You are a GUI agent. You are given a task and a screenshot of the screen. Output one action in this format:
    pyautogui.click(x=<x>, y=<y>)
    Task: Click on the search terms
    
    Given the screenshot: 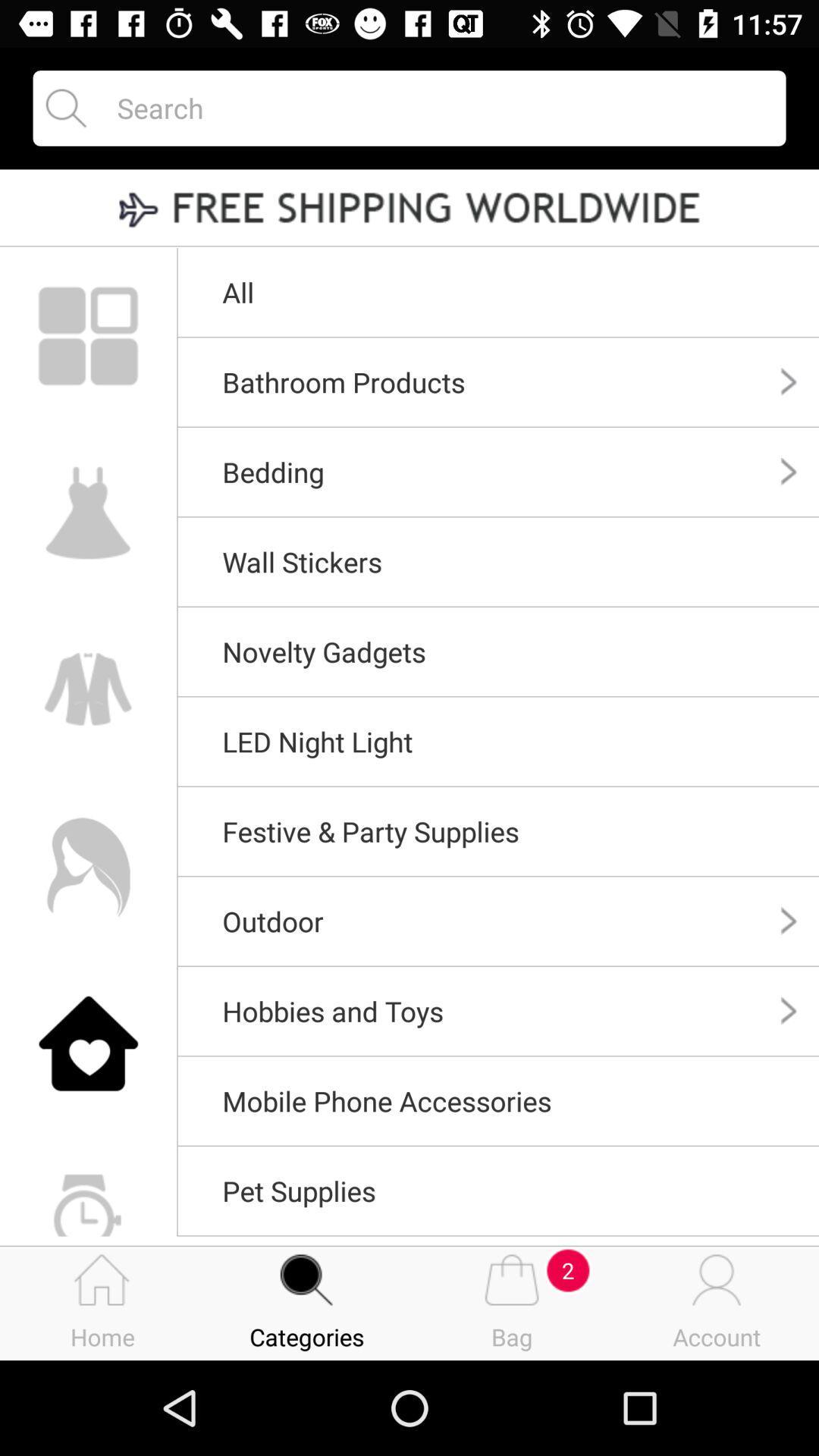 What is the action you would take?
    pyautogui.click(x=438, y=107)
    